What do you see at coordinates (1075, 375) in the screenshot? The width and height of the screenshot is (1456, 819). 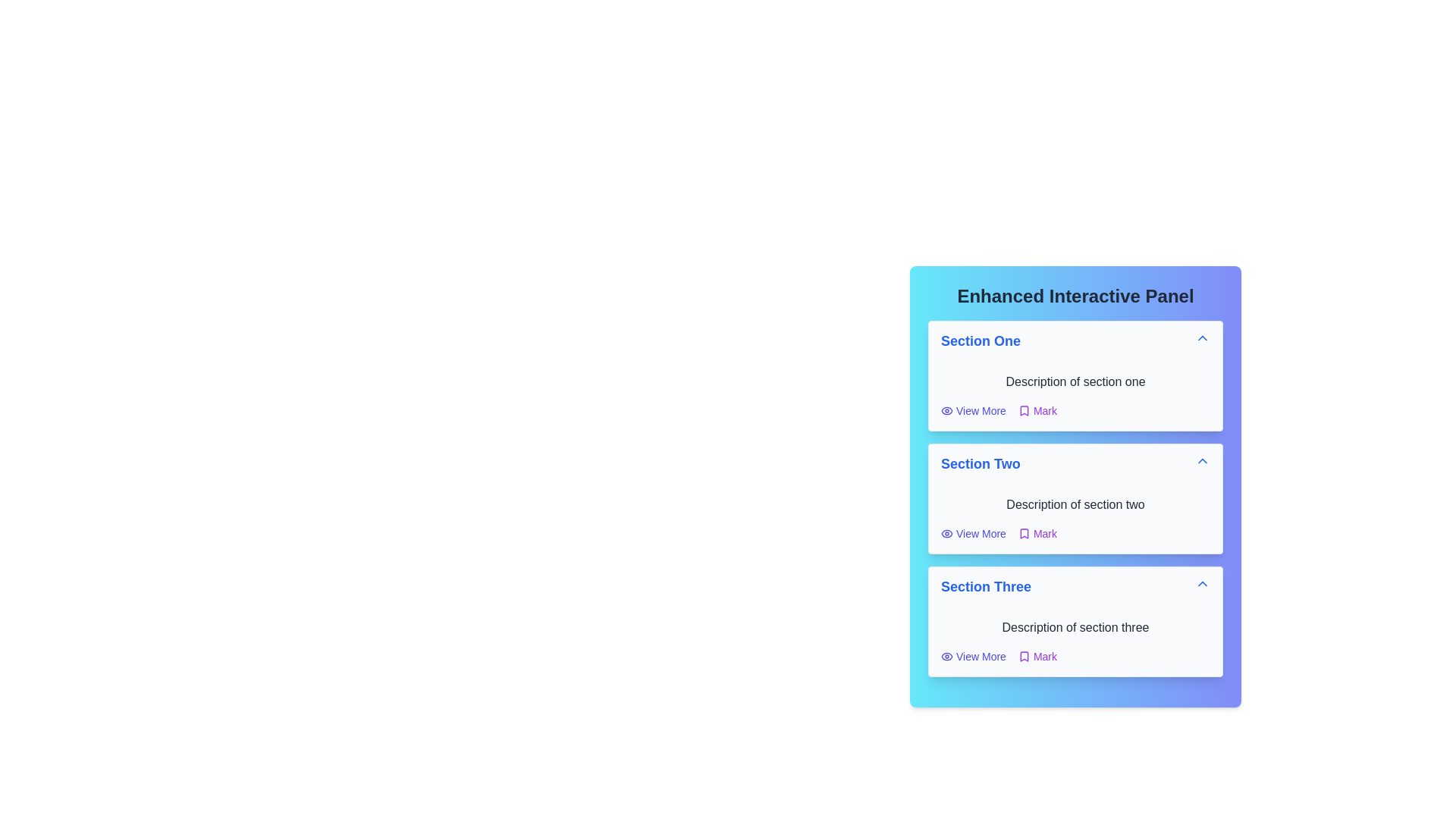 I see `the first collapsible section titled 'Section One' directly beneath the heading 'Enhanced Interactive Panel'` at bounding box center [1075, 375].